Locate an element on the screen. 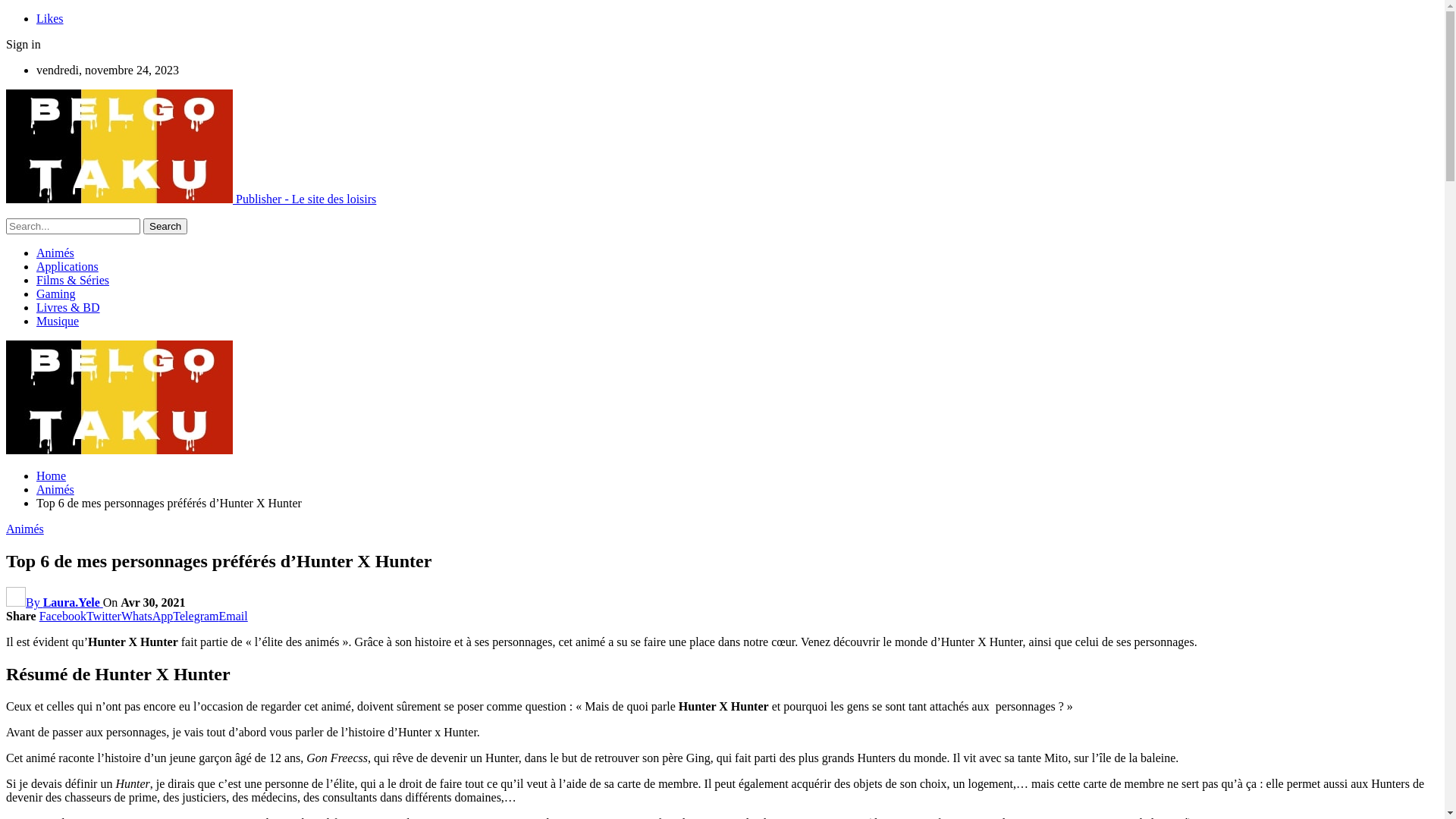 Image resolution: width=1456 pixels, height=819 pixels. 'WhatsApp' is located at coordinates (146, 616).